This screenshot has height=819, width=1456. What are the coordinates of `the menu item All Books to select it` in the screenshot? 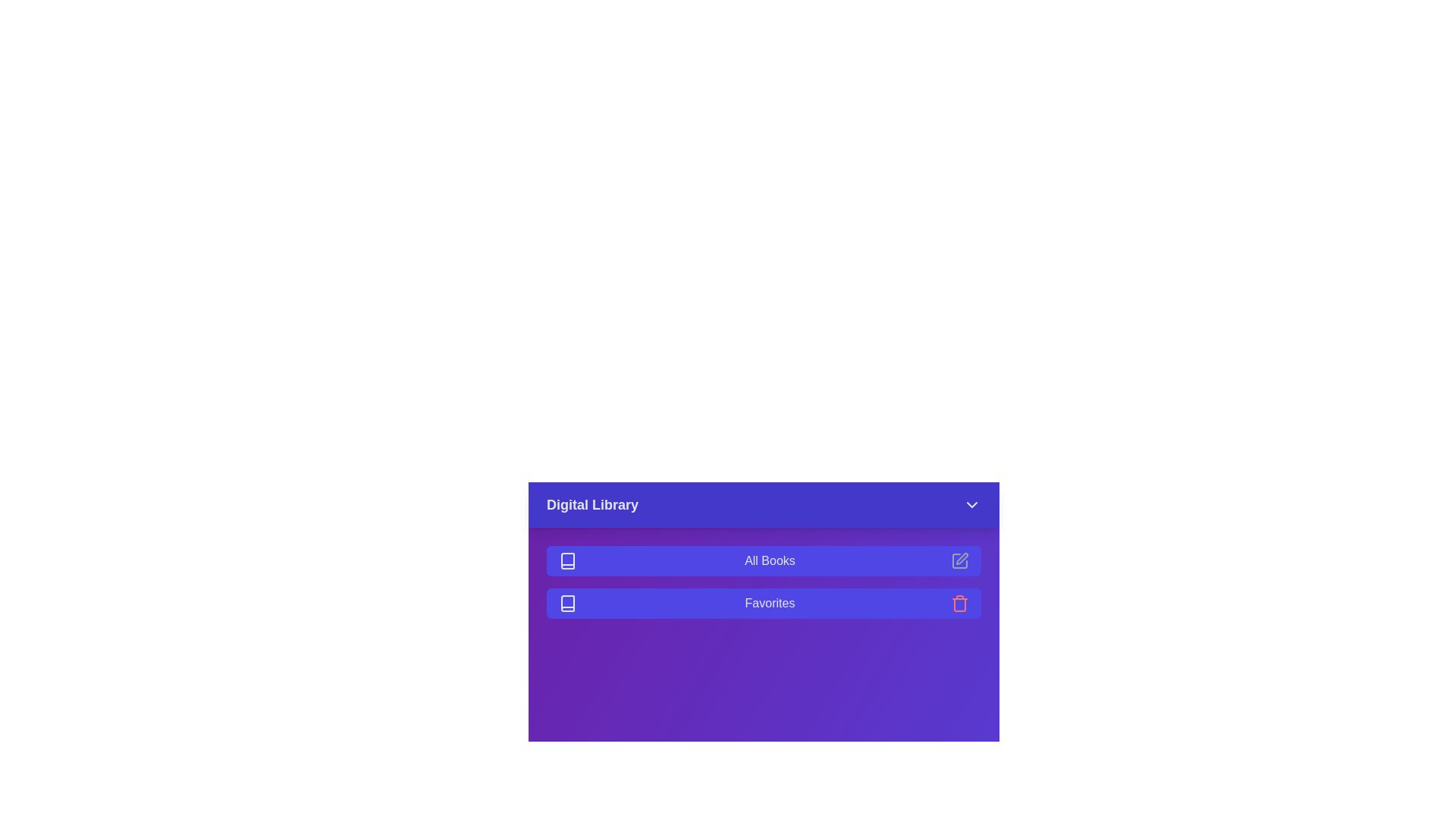 It's located at (764, 561).